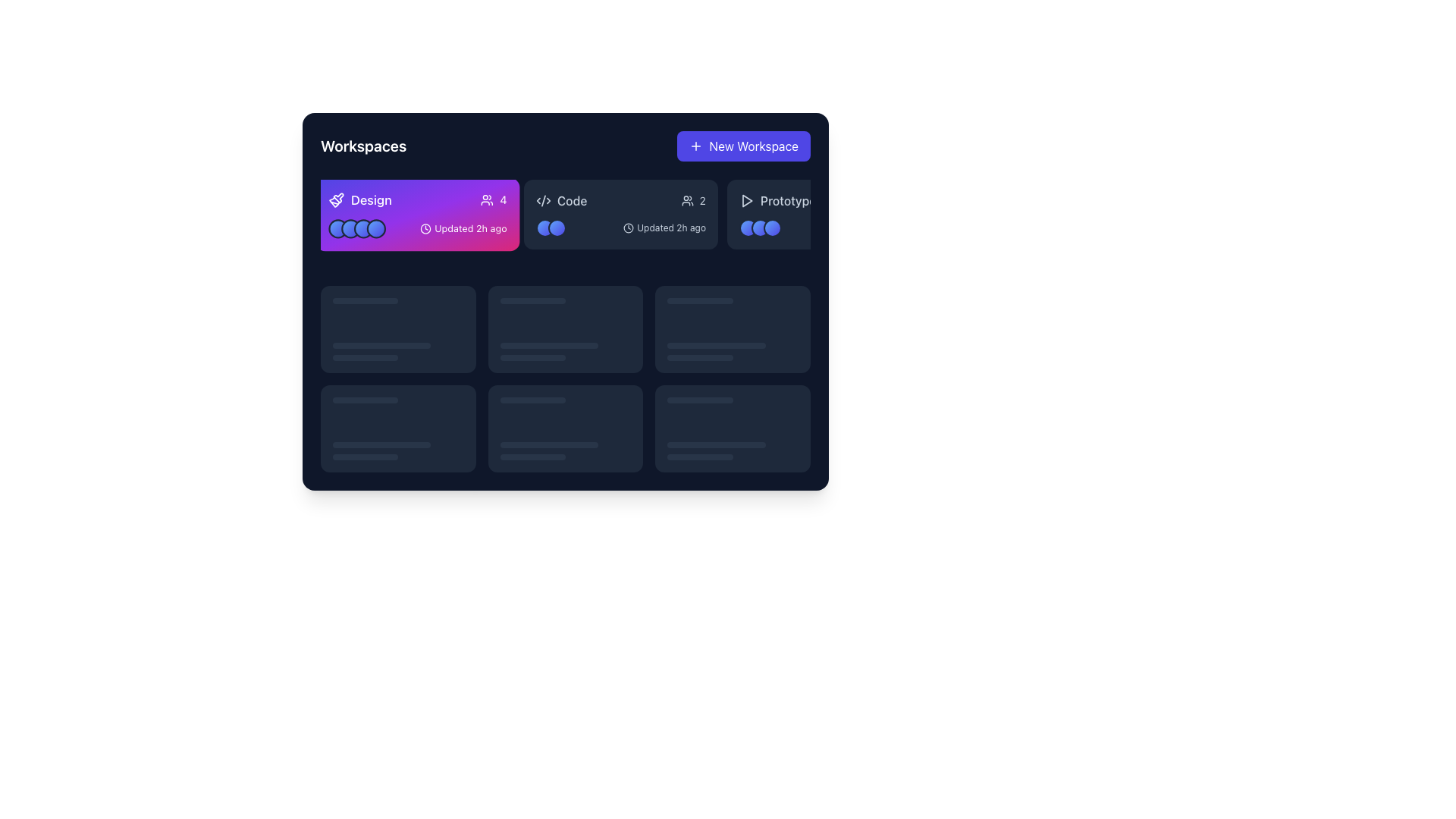 The height and width of the screenshot is (819, 1456). What do you see at coordinates (823, 214) in the screenshot?
I see `the Interactive panel item labeled 'Prototype3'` at bounding box center [823, 214].